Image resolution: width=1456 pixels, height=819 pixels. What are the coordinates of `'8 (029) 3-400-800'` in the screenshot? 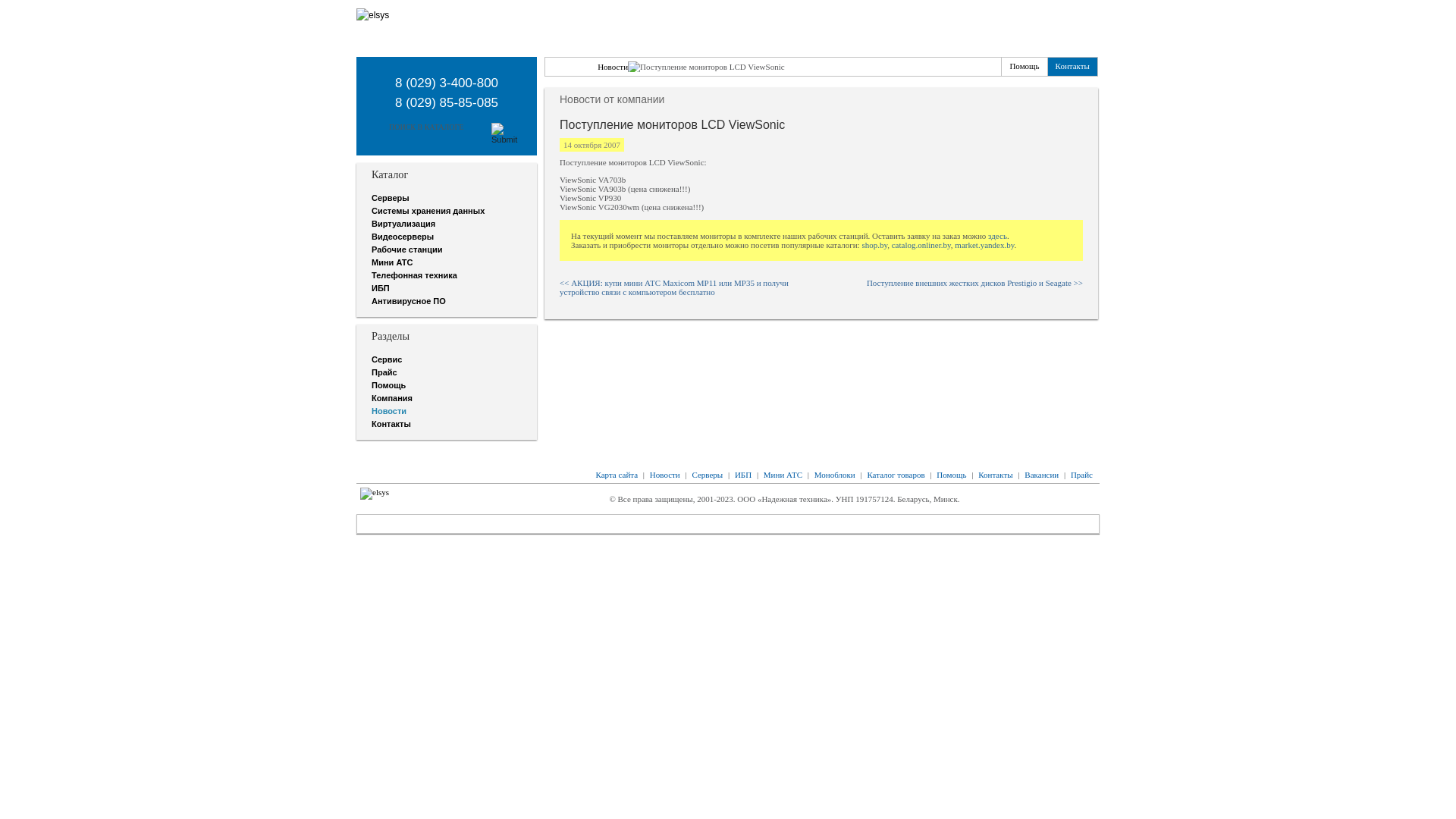 It's located at (446, 83).